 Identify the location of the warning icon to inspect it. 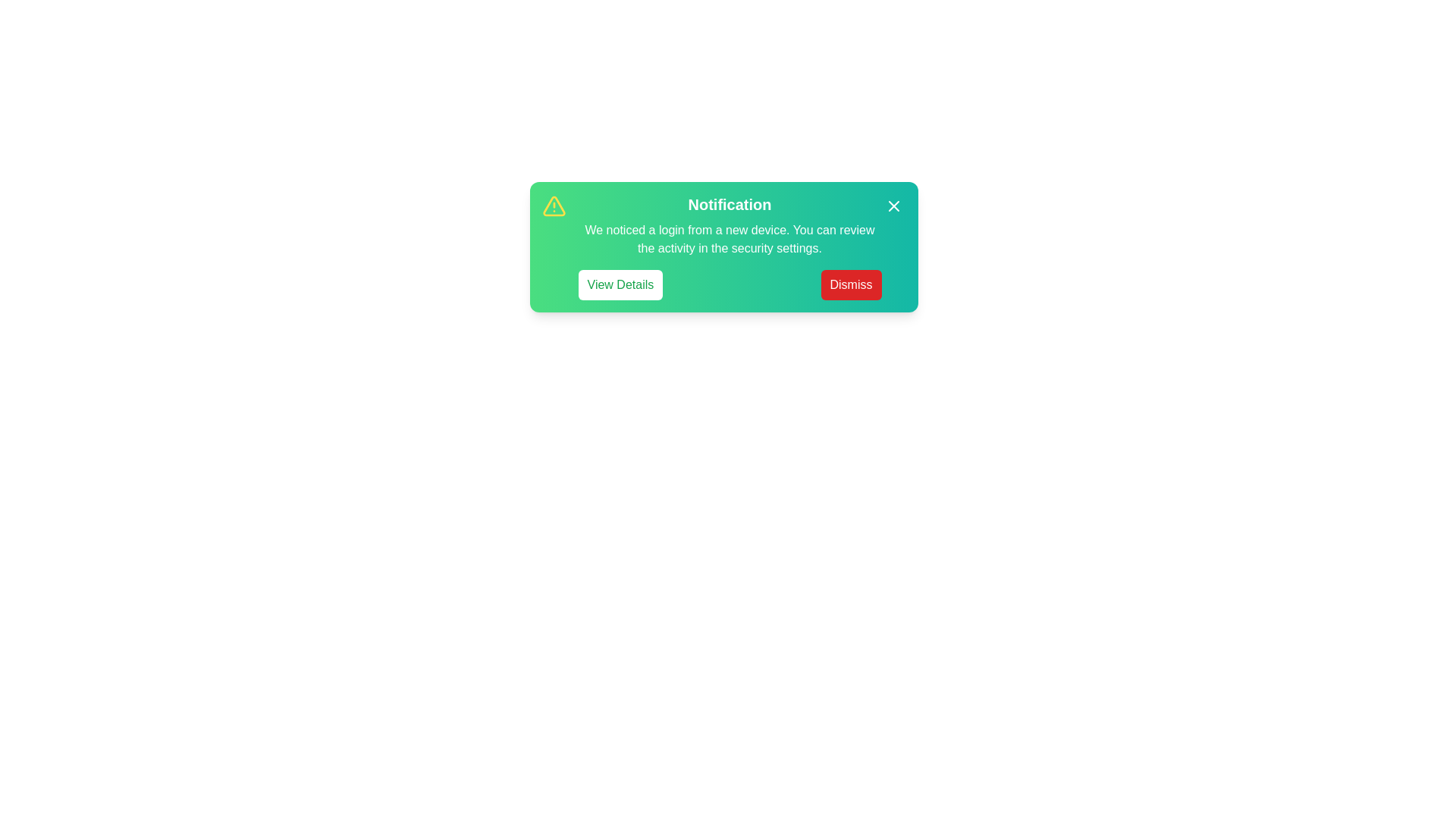
(553, 206).